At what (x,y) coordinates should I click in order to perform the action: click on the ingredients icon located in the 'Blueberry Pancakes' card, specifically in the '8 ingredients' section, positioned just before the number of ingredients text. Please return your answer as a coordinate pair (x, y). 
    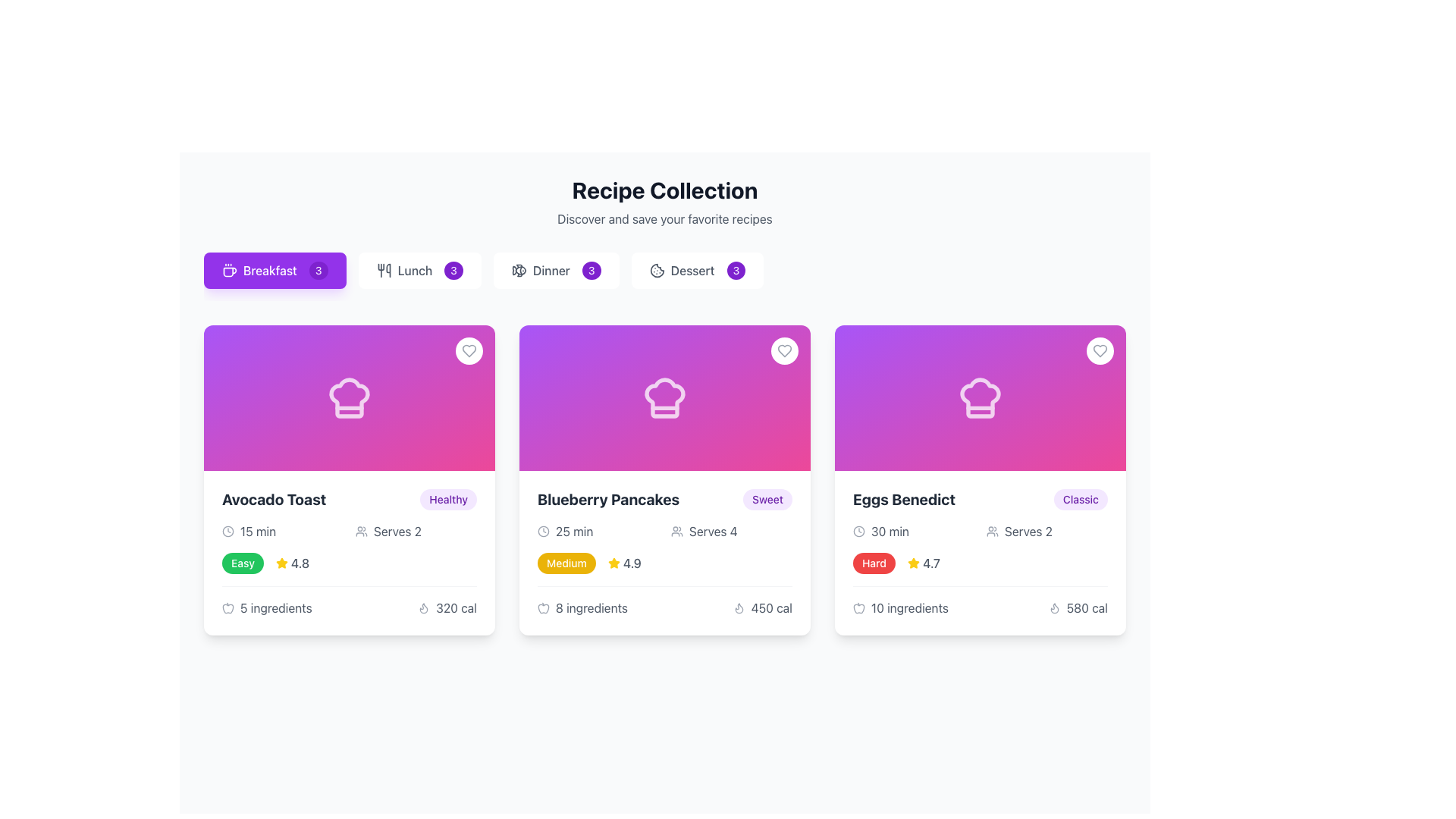
    Looking at the image, I should click on (543, 607).